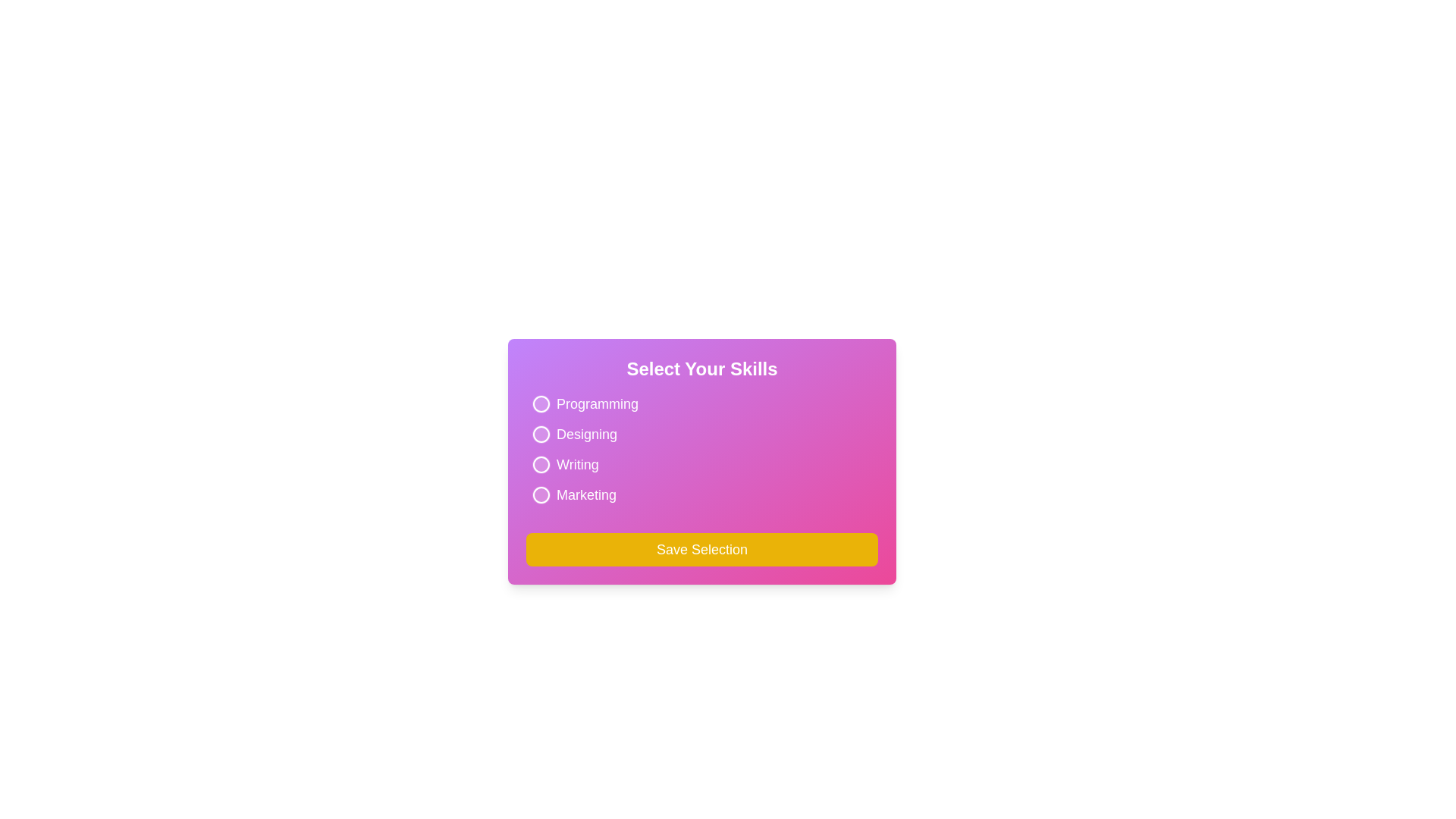 Image resolution: width=1456 pixels, height=819 pixels. I want to click on the skill Marketing, so click(541, 494).